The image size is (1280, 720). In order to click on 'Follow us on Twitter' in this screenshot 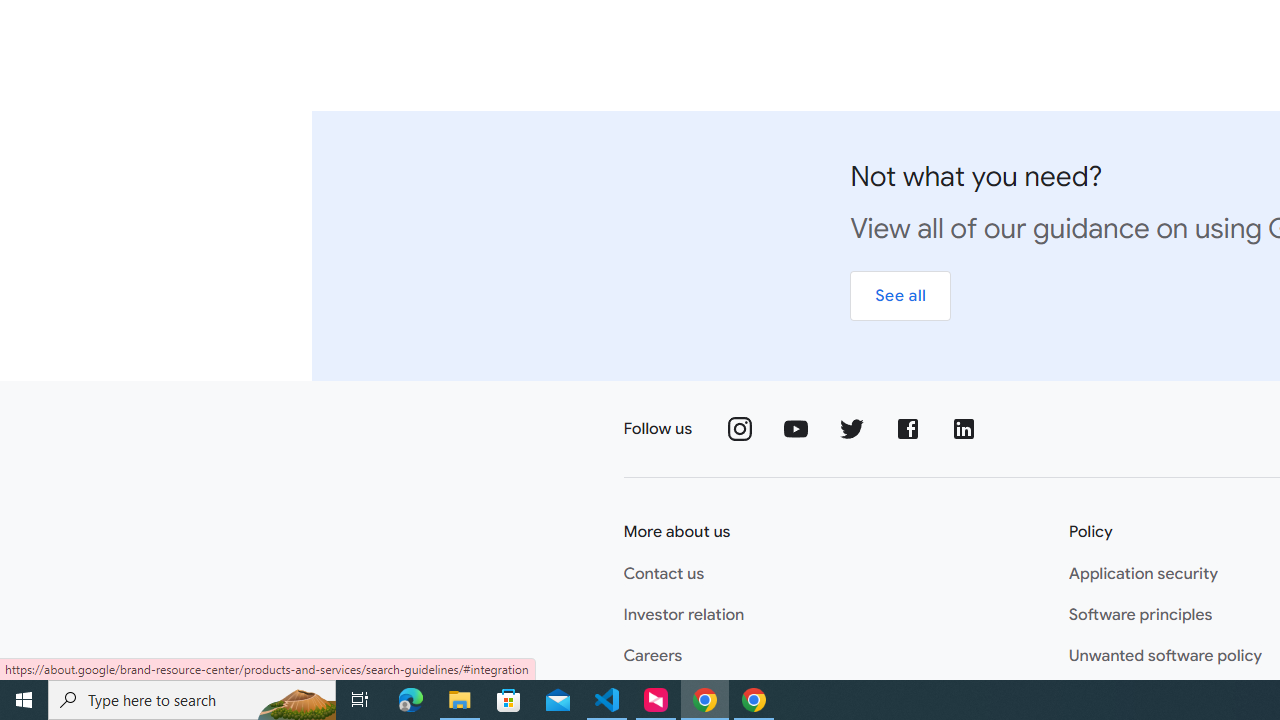, I will do `click(852, 428)`.